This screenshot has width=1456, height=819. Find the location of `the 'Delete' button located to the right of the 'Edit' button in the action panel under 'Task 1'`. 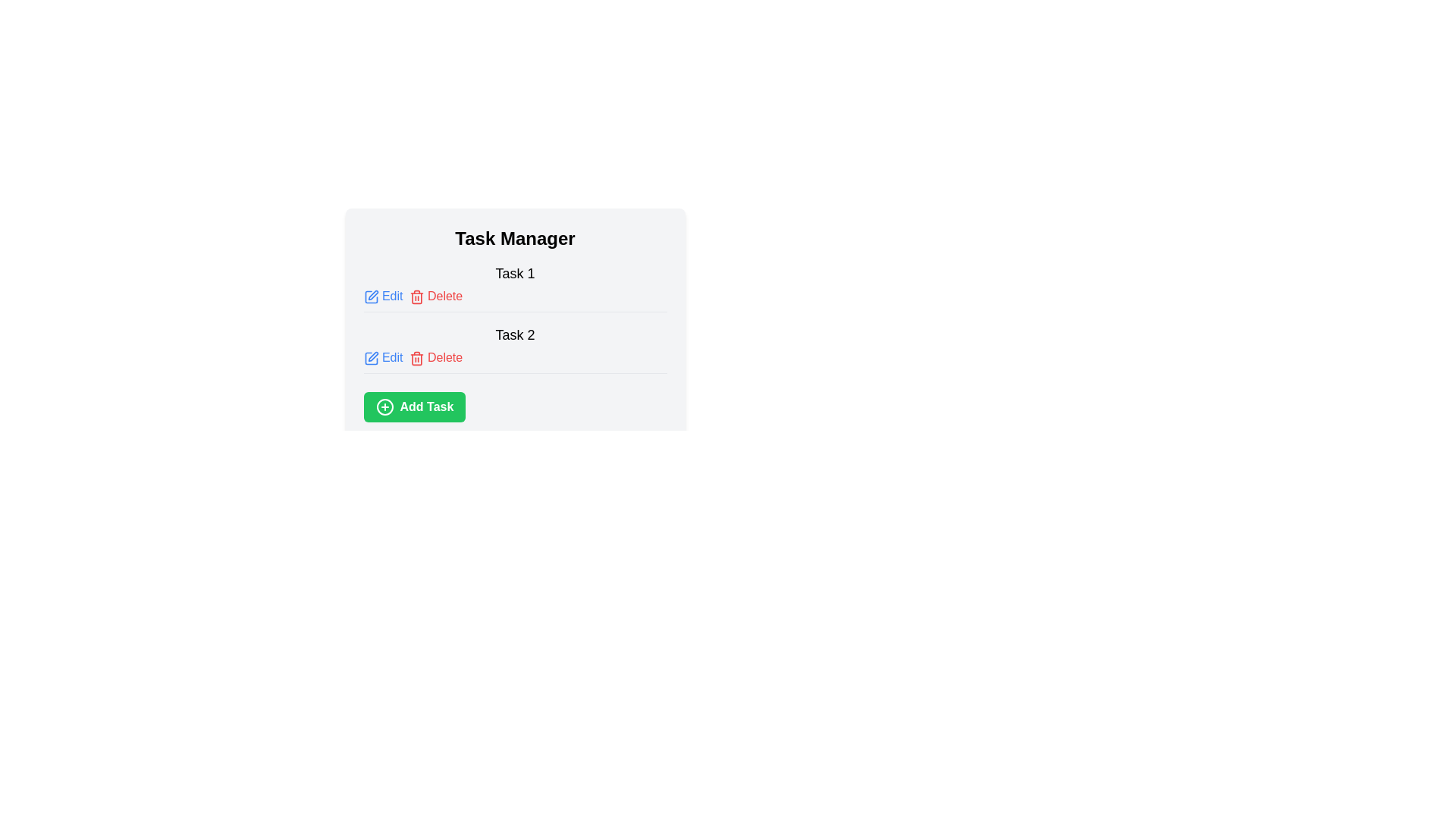

the 'Delete' button located to the right of the 'Edit' button in the action panel under 'Task 1' is located at coordinates (435, 296).